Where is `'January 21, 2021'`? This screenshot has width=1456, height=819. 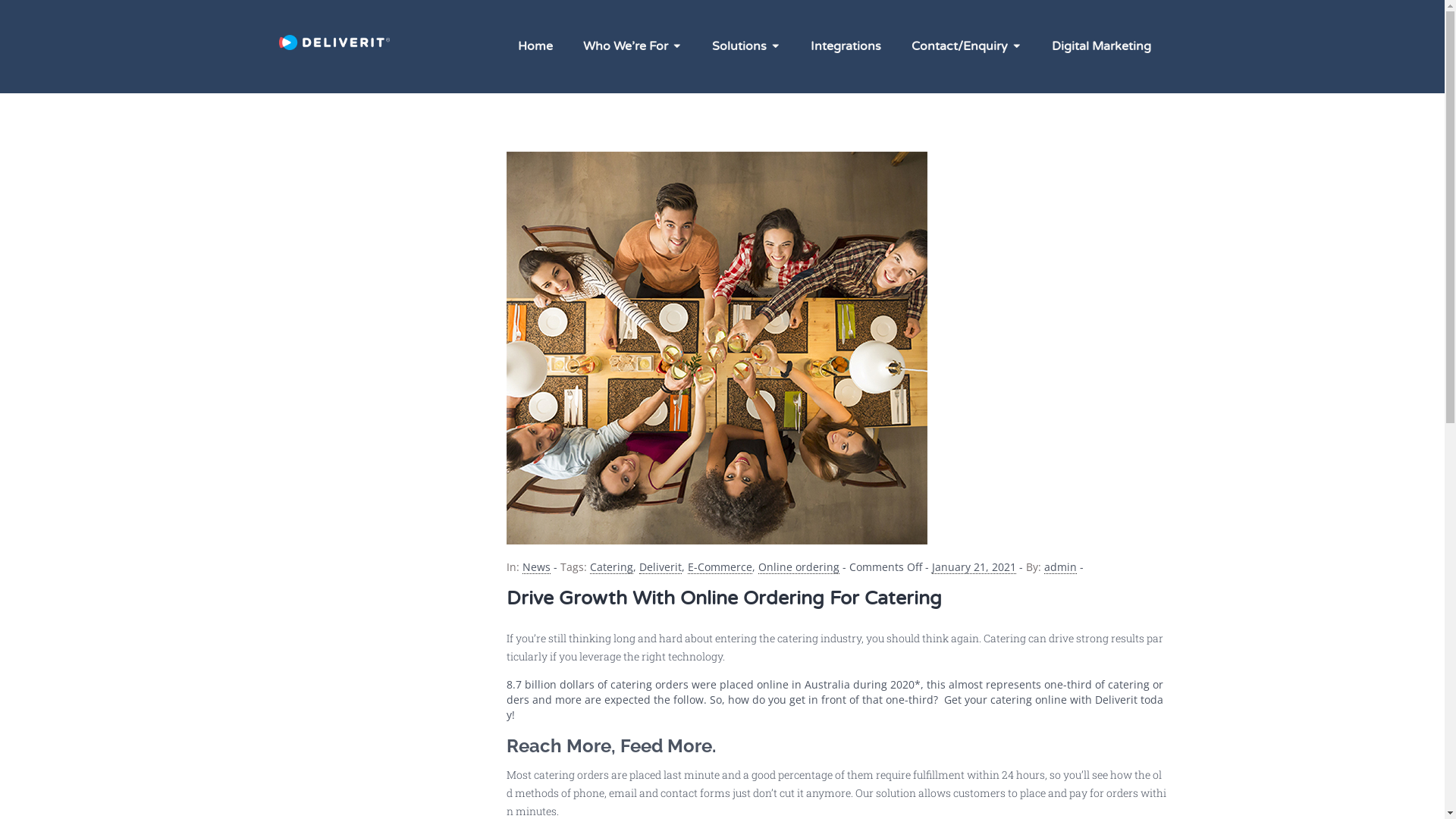 'January 21, 2021' is located at coordinates (930, 567).